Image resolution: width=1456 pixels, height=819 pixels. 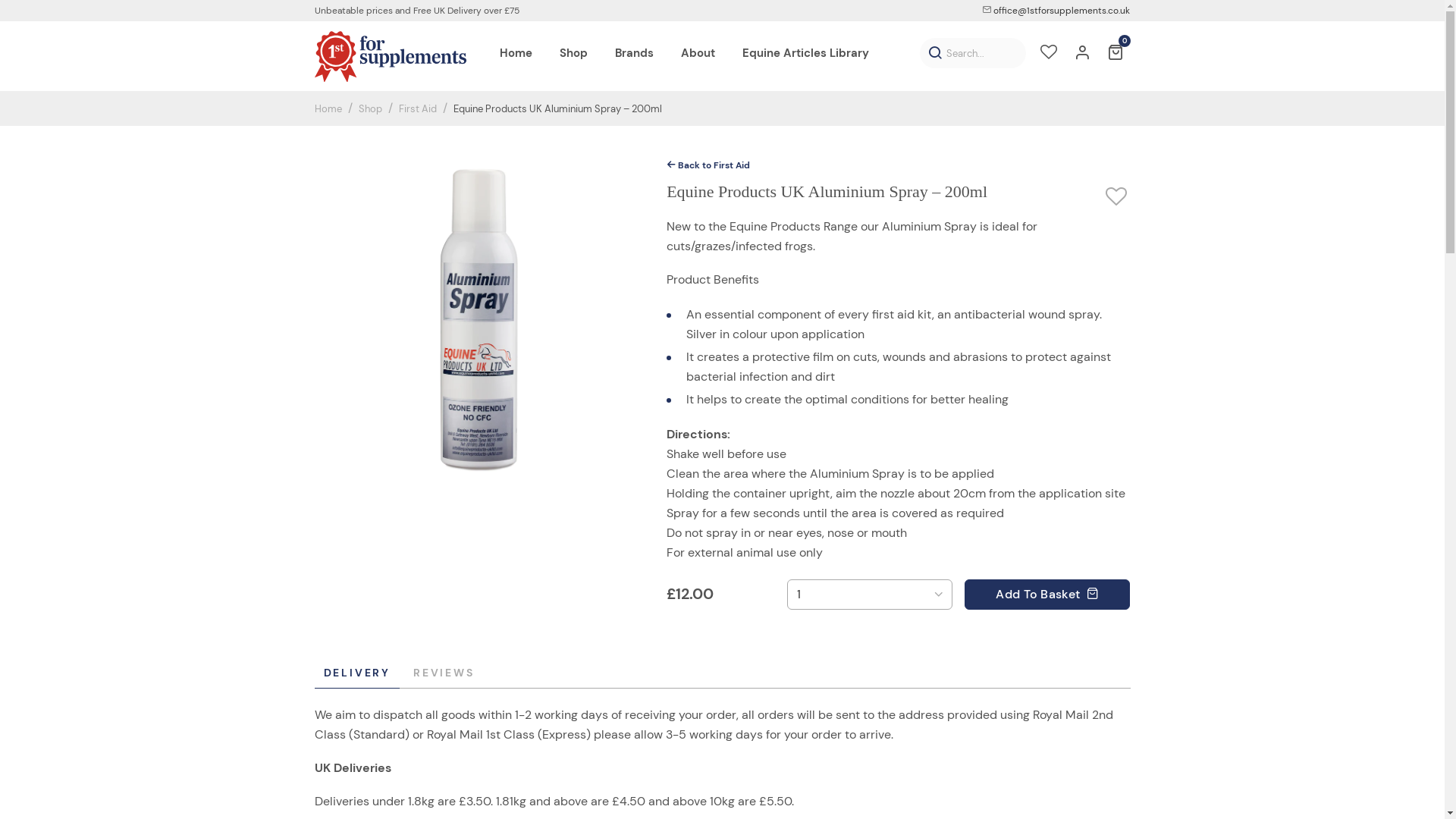 I want to click on 'Account', so click(x=1080, y=52).